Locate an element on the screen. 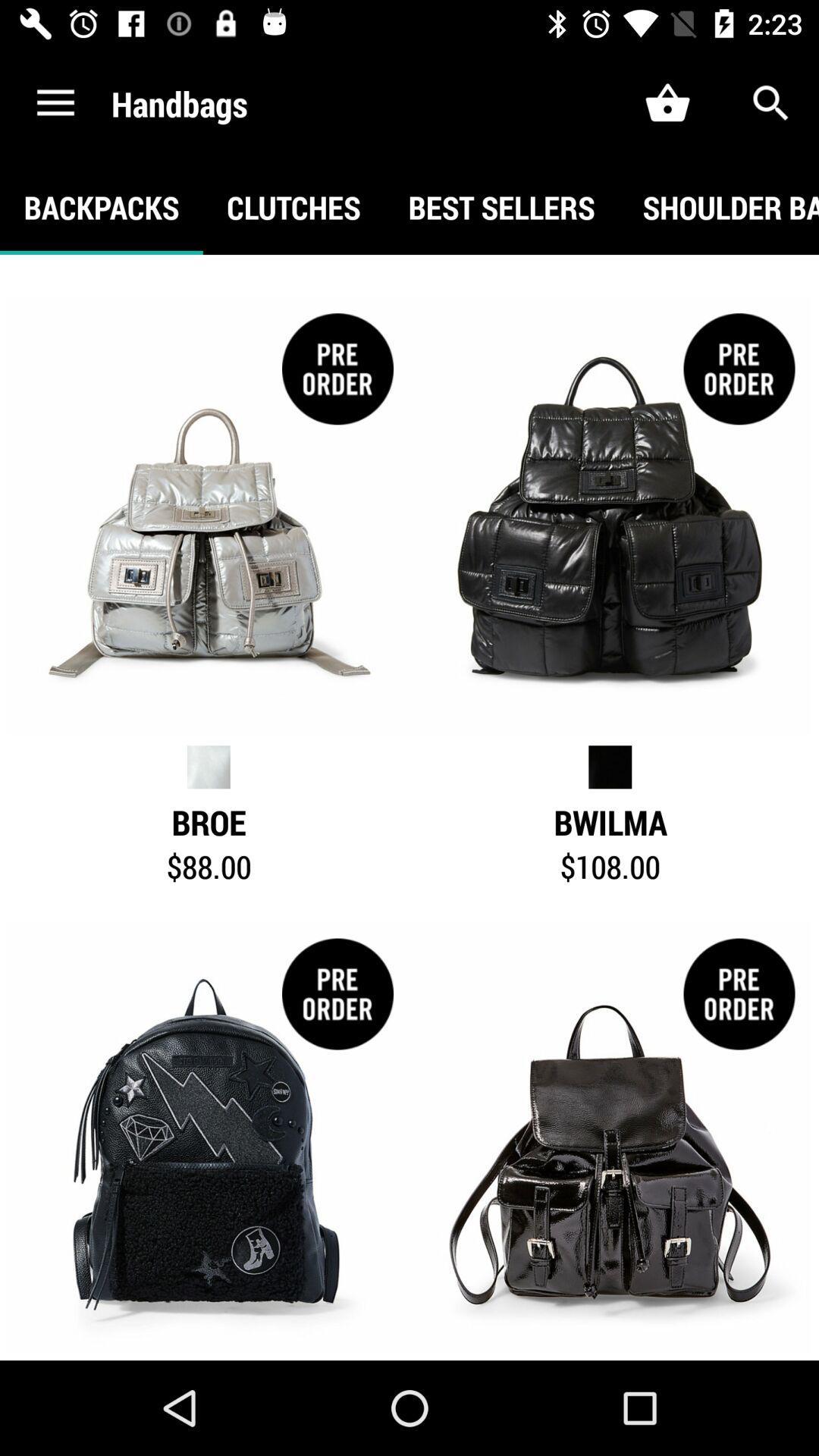 The image size is (819, 1456). icon next to the handbags is located at coordinates (55, 102).